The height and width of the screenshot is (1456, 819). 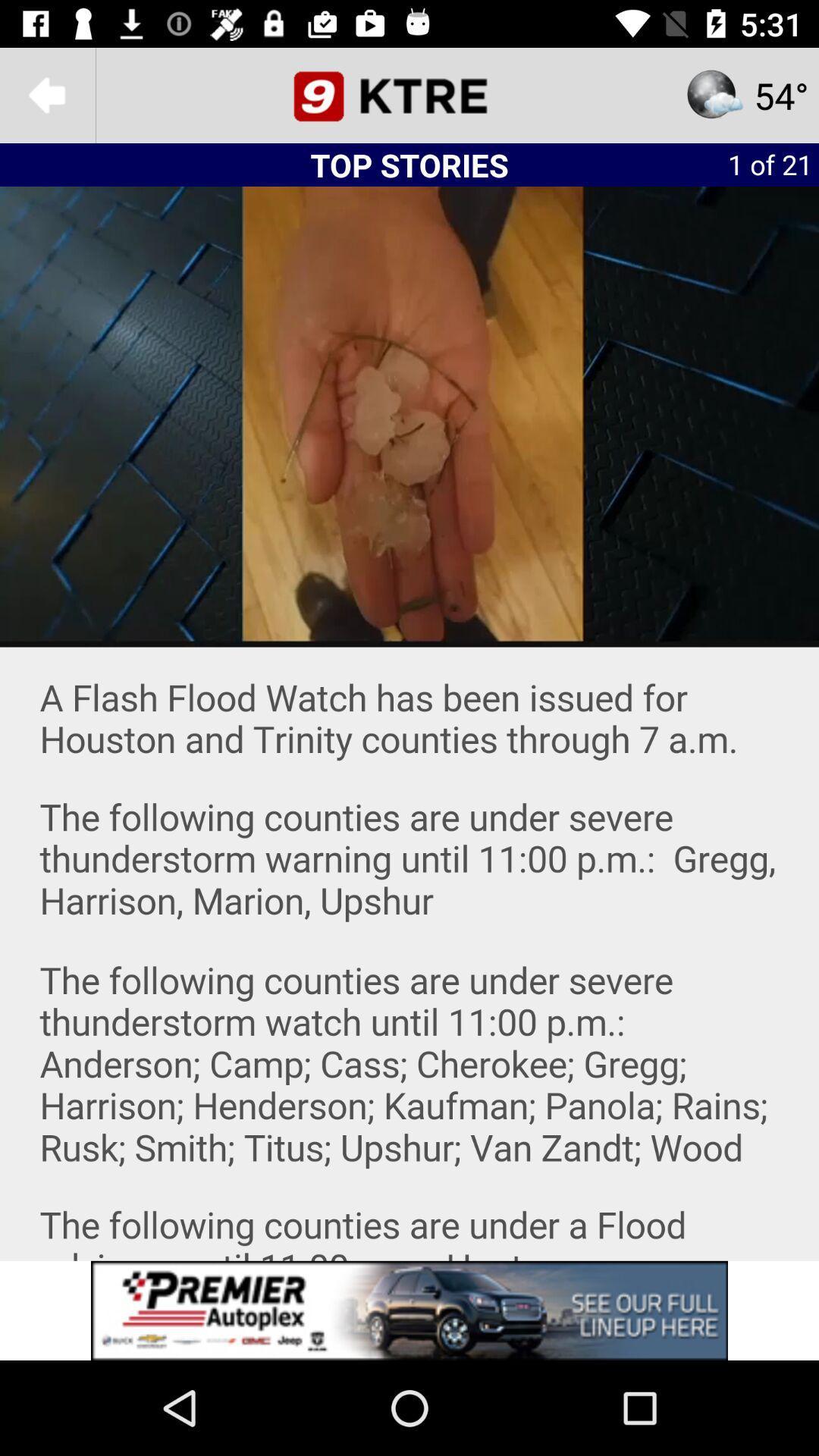 I want to click on principal menu, so click(x=409, y=94).